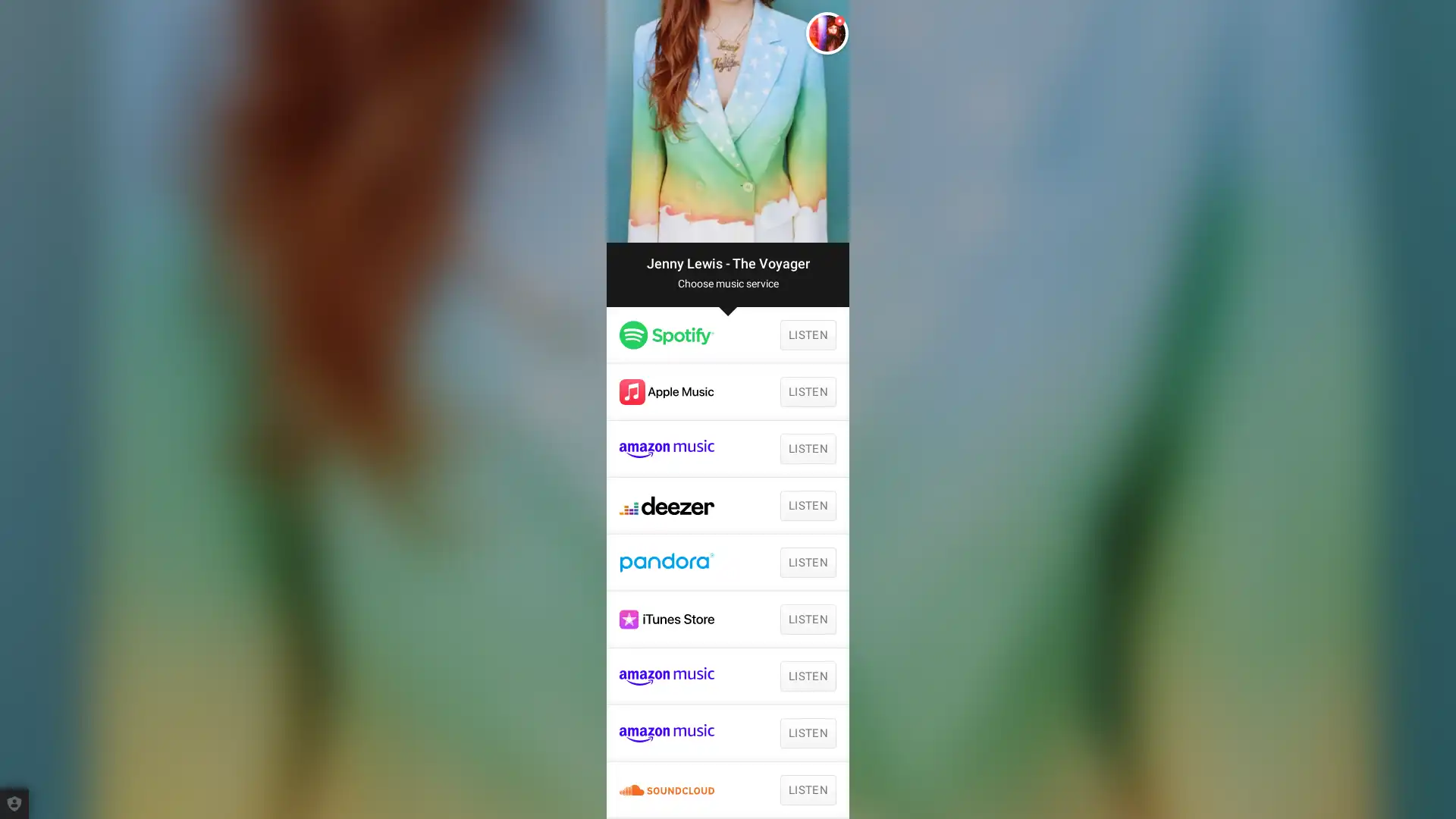 This screenshot has width=1456, height=819. What do you see at coordinates (807, 733) in the screenshot?
I see `LISTEN` at bounding box center [807, 733].